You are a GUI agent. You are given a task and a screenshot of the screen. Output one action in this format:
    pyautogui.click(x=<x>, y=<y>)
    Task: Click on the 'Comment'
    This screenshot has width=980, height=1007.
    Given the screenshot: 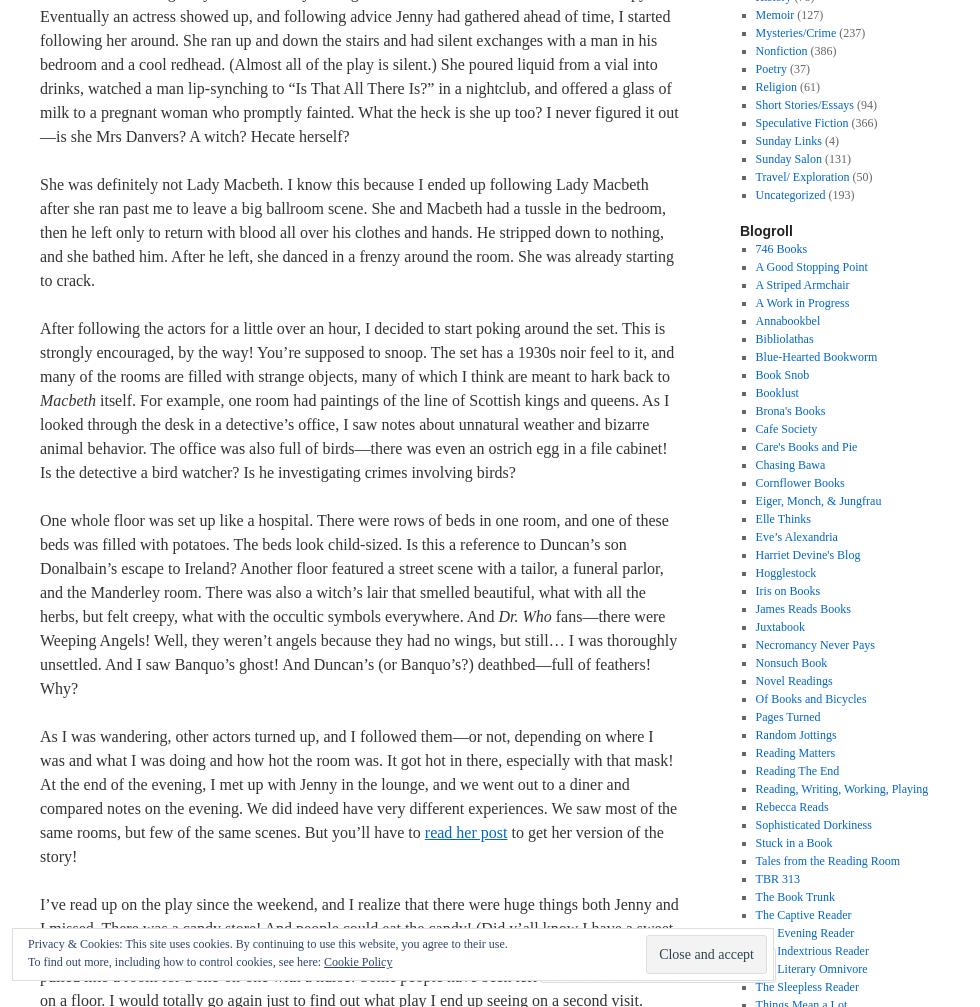 What is the action you would take?
    pyautogui.click(x=607, y=964)
    